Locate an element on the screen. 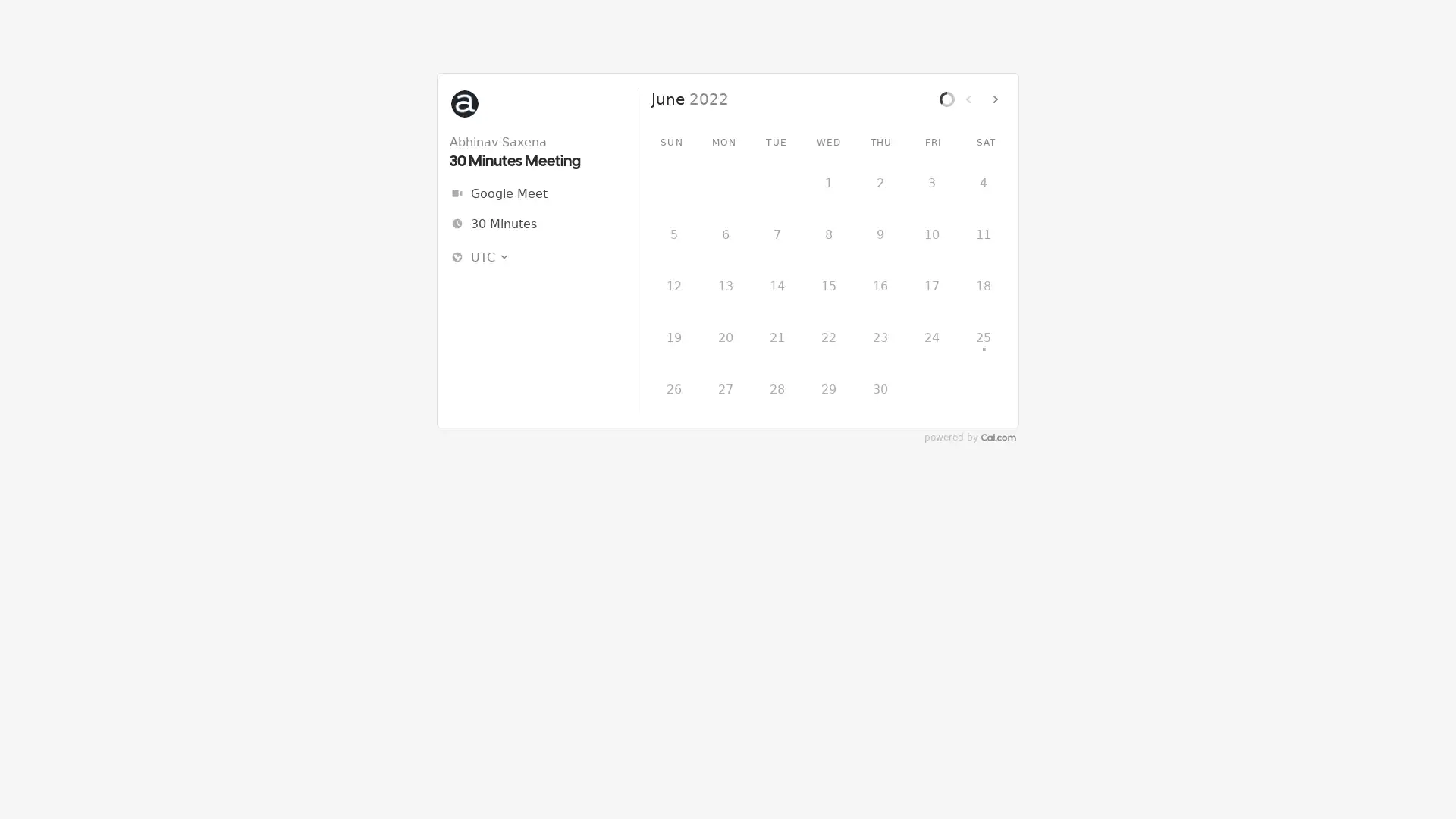 Image resolution: width=1456 pixels, height=819 pixels. 25 . is located at coordinates (983, 336).